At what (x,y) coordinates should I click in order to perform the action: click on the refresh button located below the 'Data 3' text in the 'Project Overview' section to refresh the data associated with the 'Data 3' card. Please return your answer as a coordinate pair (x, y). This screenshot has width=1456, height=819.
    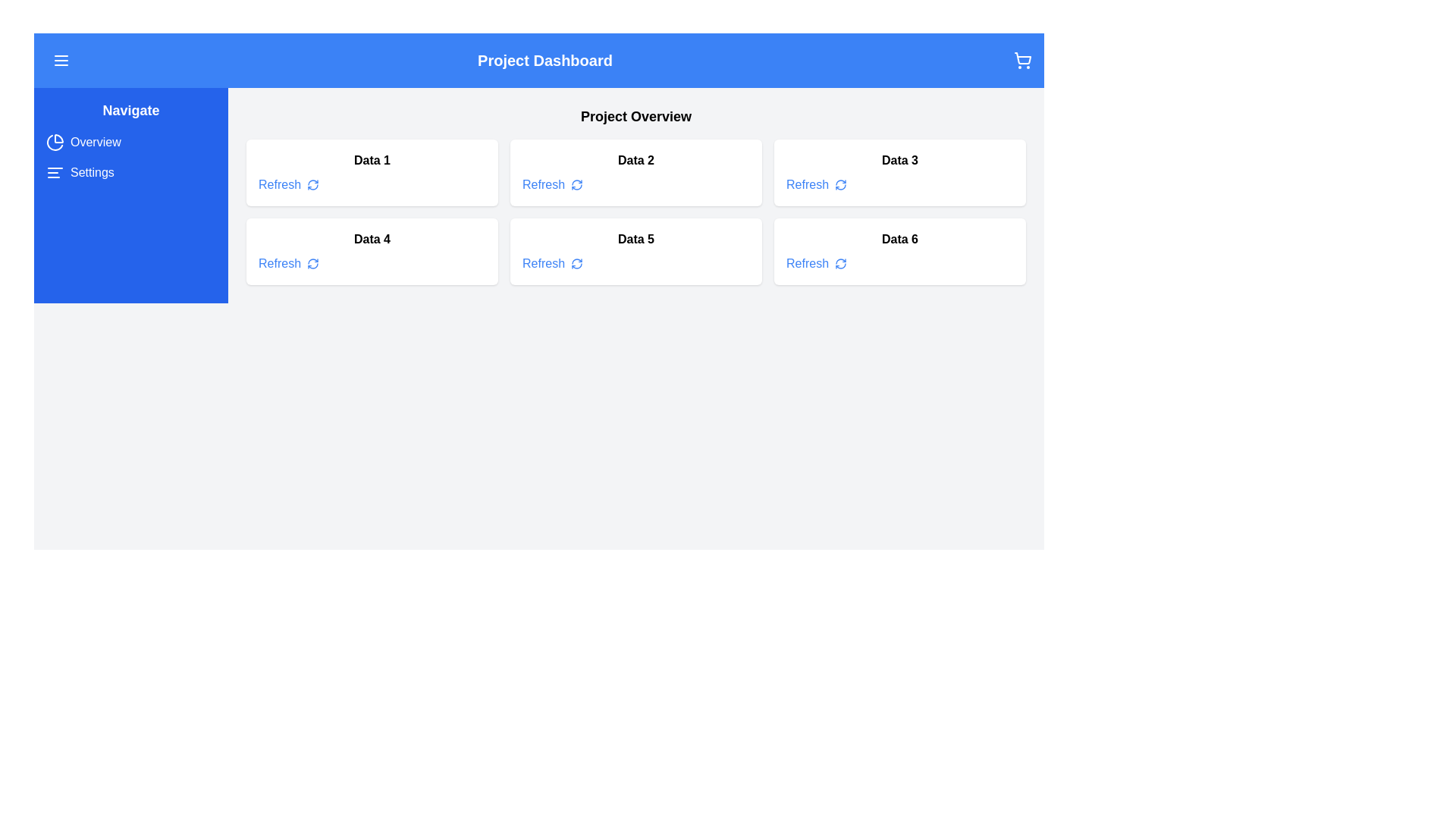
    Looking at the image, I should click on (815, 184).